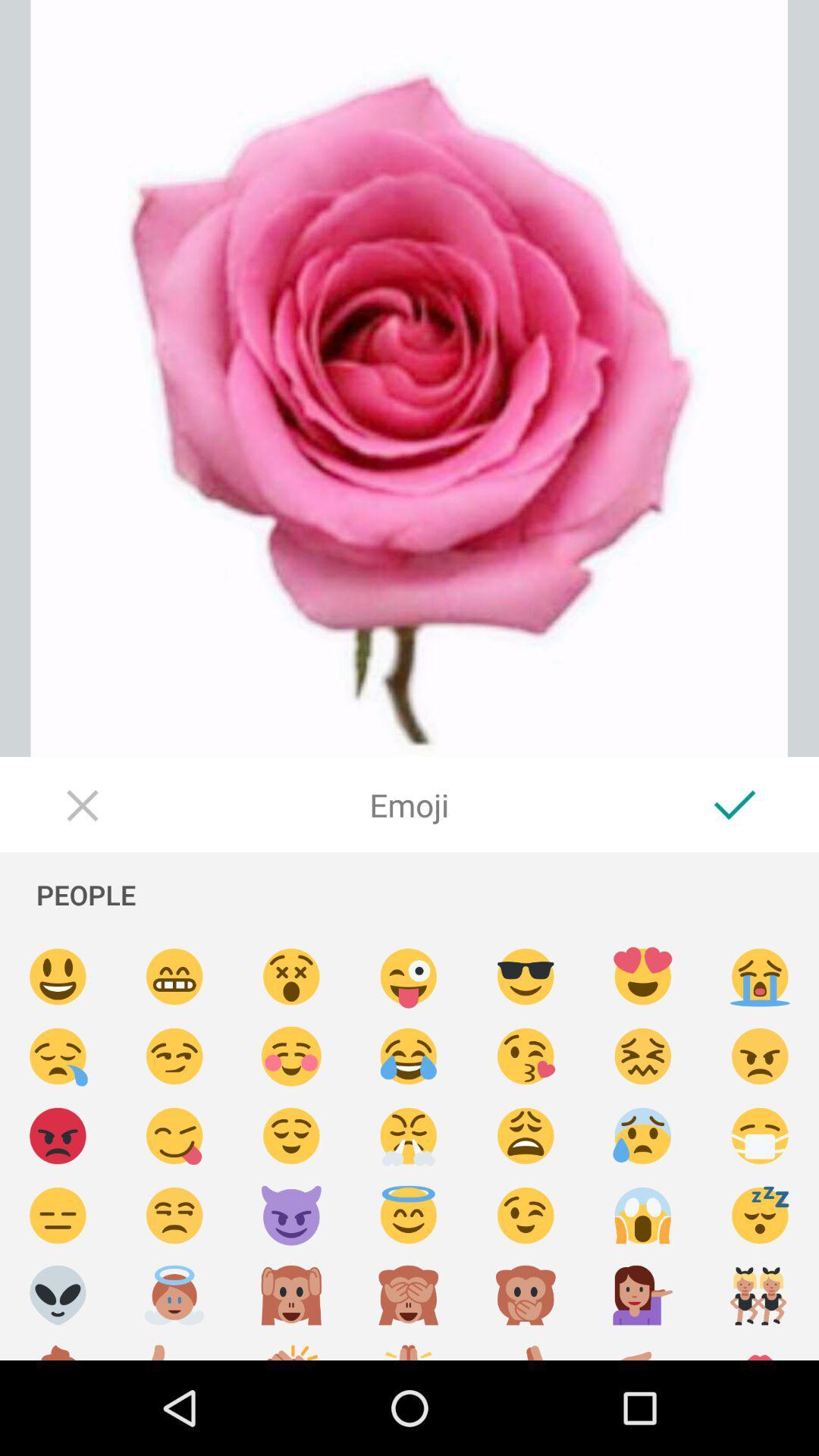  Describe the element at coordinates (174, 1136) in the screenshot. I see `choose emoji` at that location.